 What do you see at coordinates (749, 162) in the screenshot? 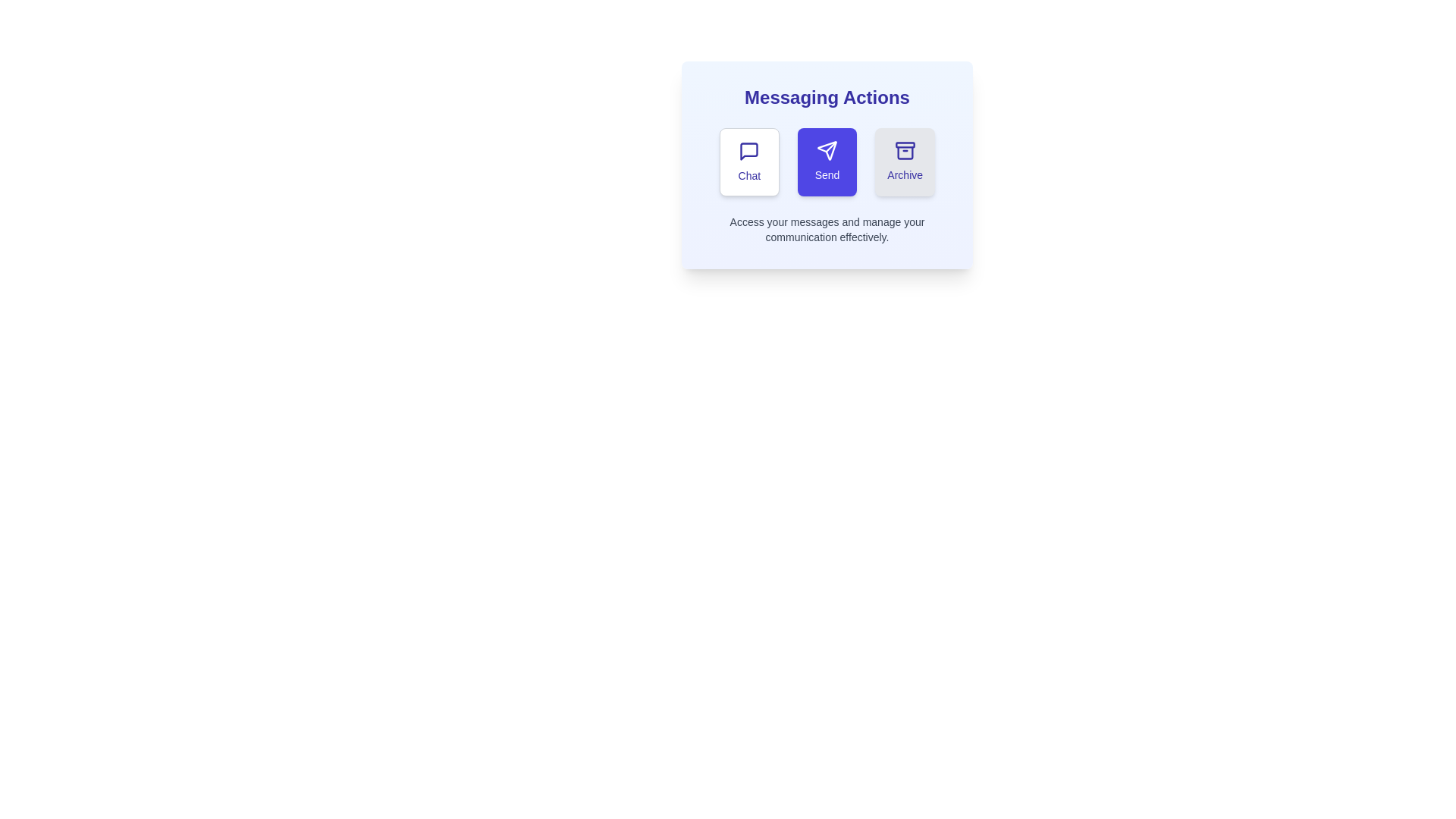
I see `the 'Chat' button` at bounding box center [749, 162].